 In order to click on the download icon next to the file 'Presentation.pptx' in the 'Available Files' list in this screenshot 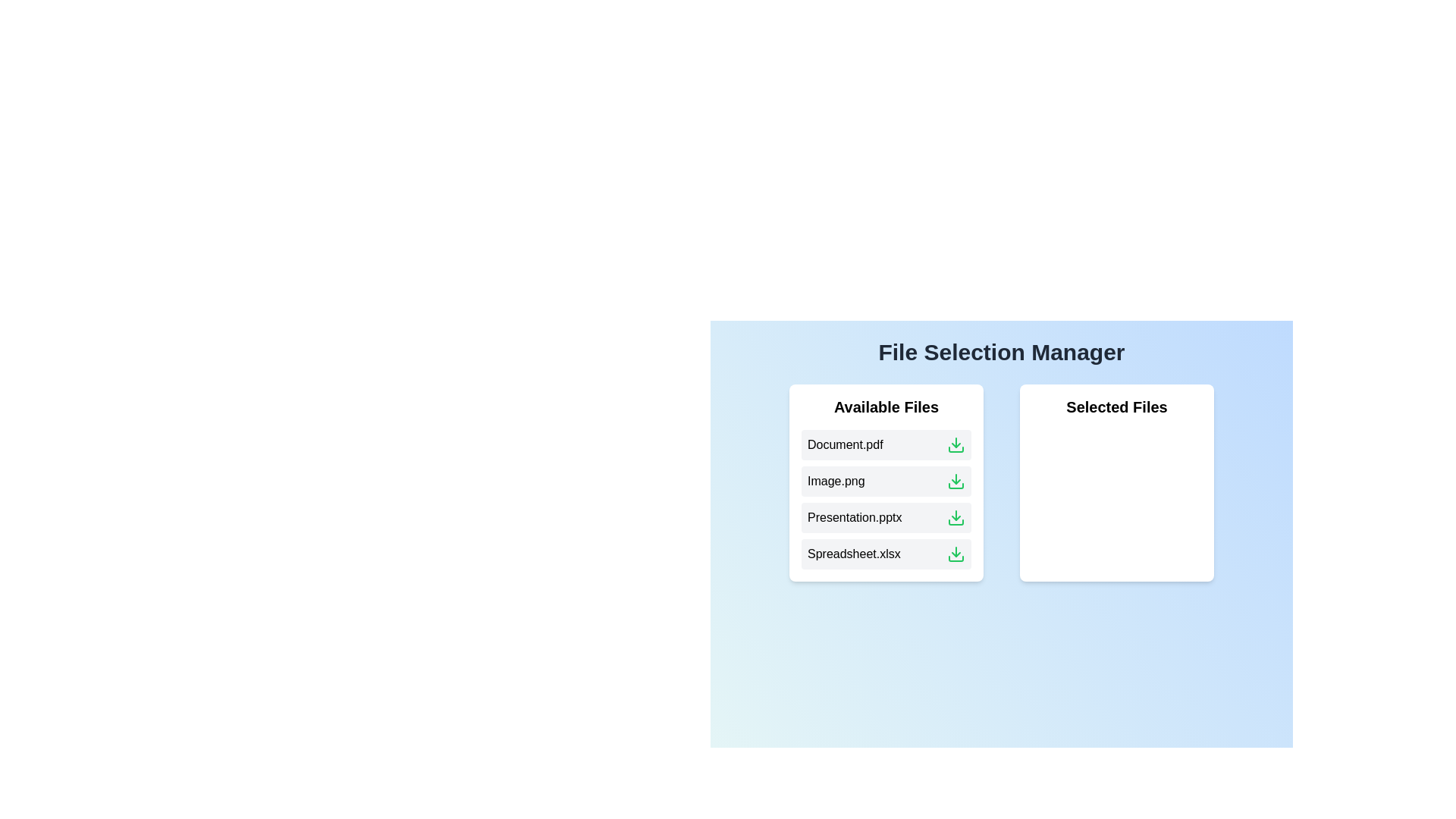, I will do `click(955, 516)`.